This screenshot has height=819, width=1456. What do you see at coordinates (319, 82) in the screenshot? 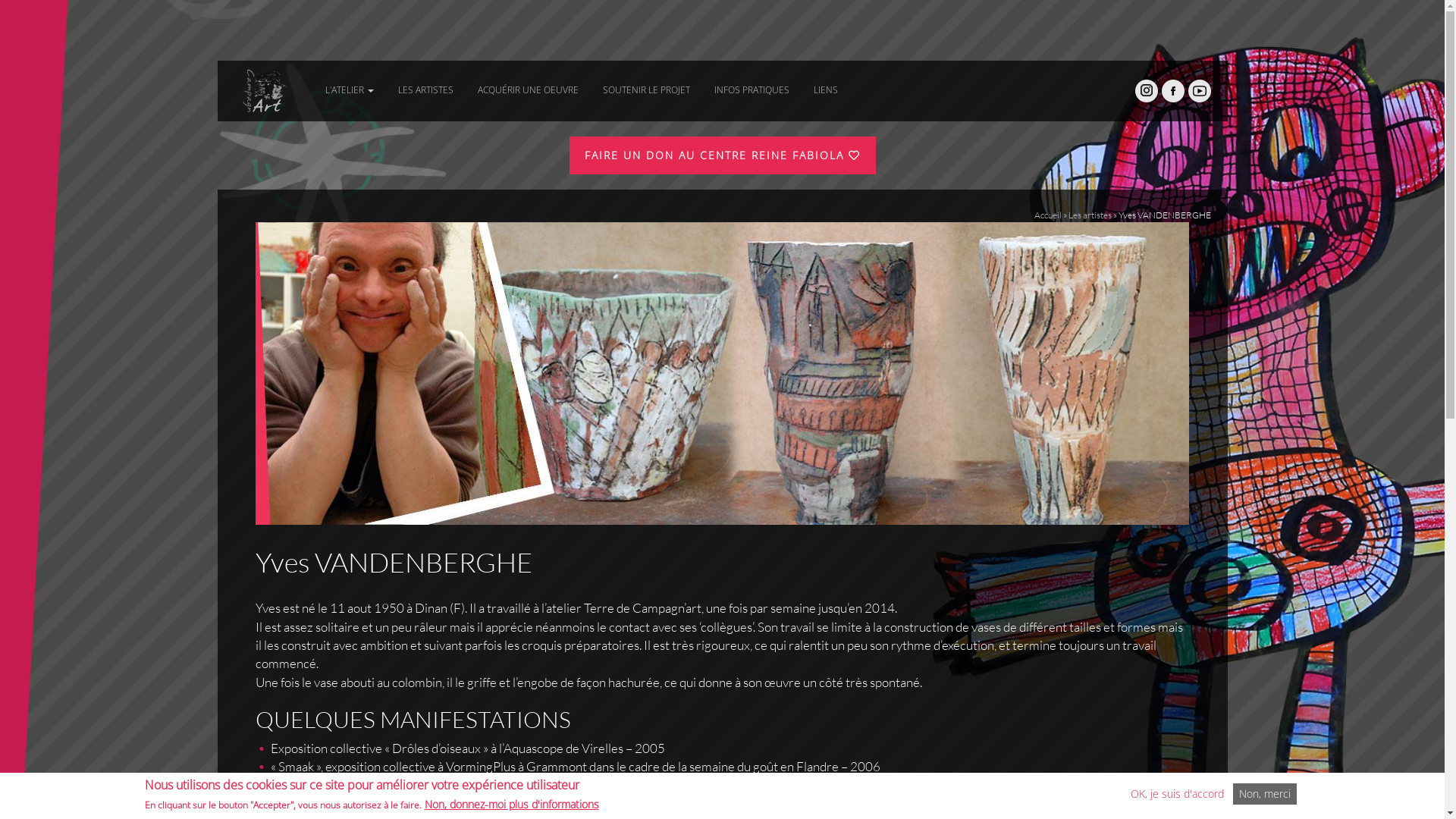
I see `'L'ATELIER'` at bounding box center [319, 82].